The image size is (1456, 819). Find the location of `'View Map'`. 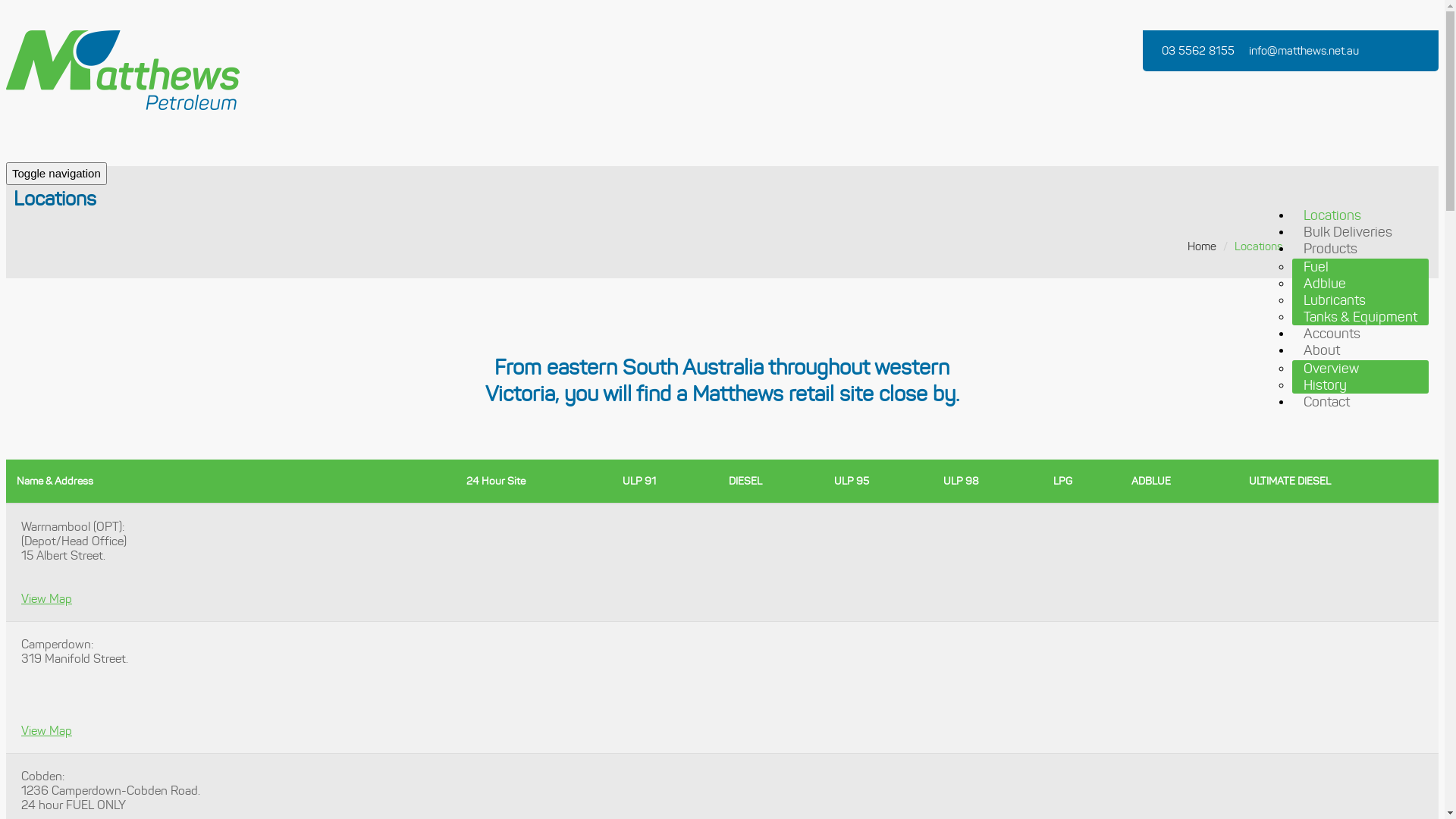

'View Map' is located at coordinates (46, 730).